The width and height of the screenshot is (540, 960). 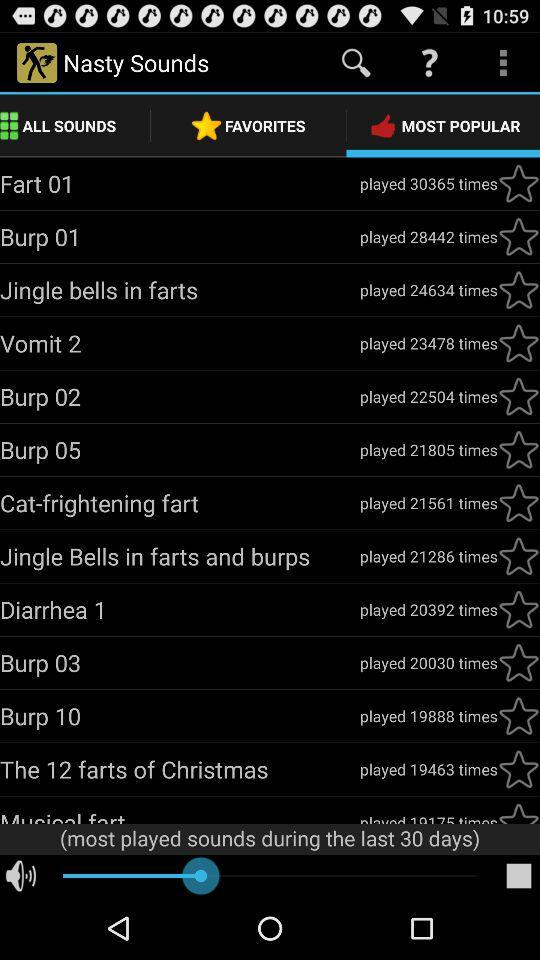 I want to click on icon above most played sounds, so click(x=427, y=817).